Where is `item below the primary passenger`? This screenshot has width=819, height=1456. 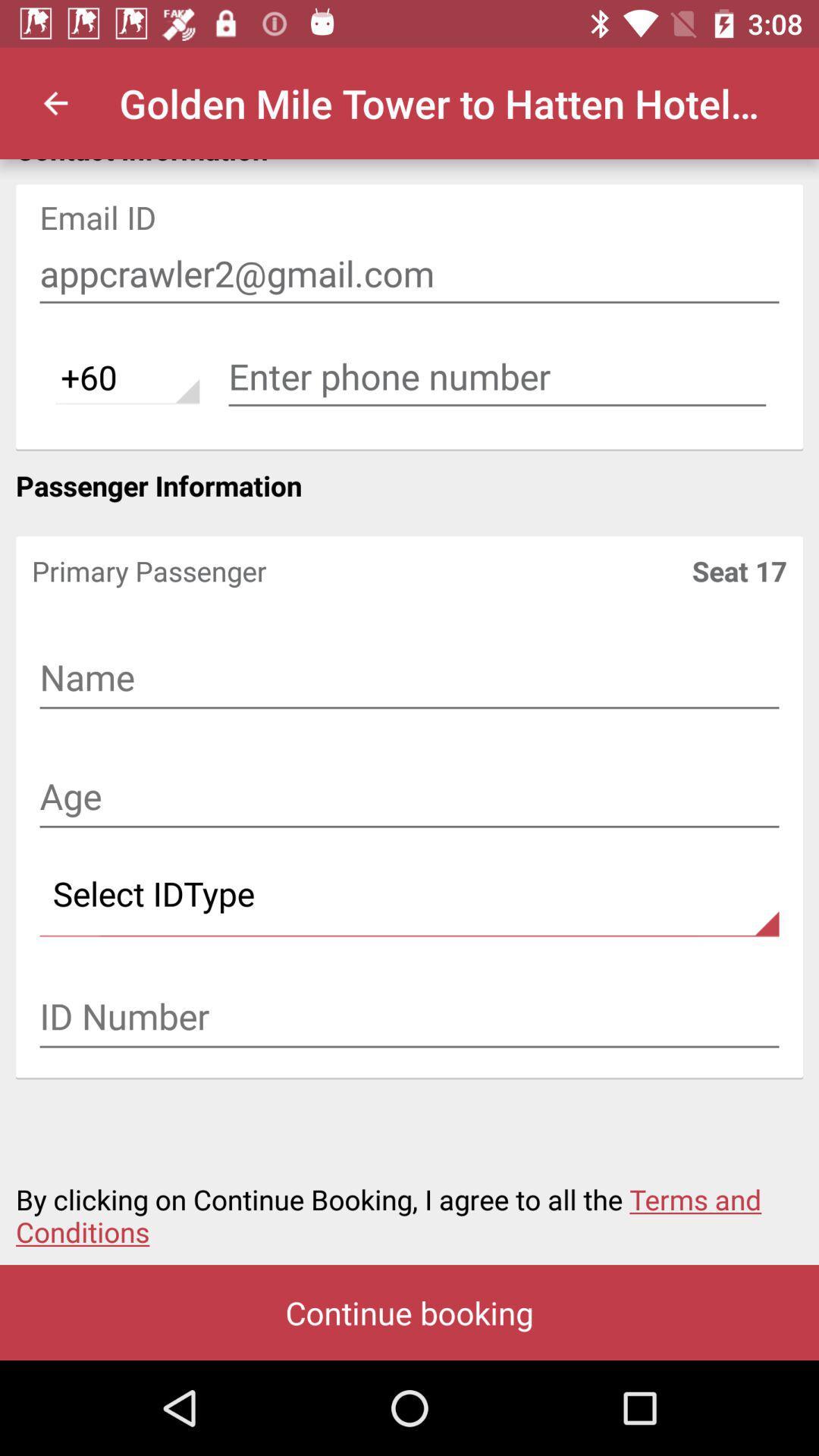
item below the primary passenger is located at coordinates (409, 679).